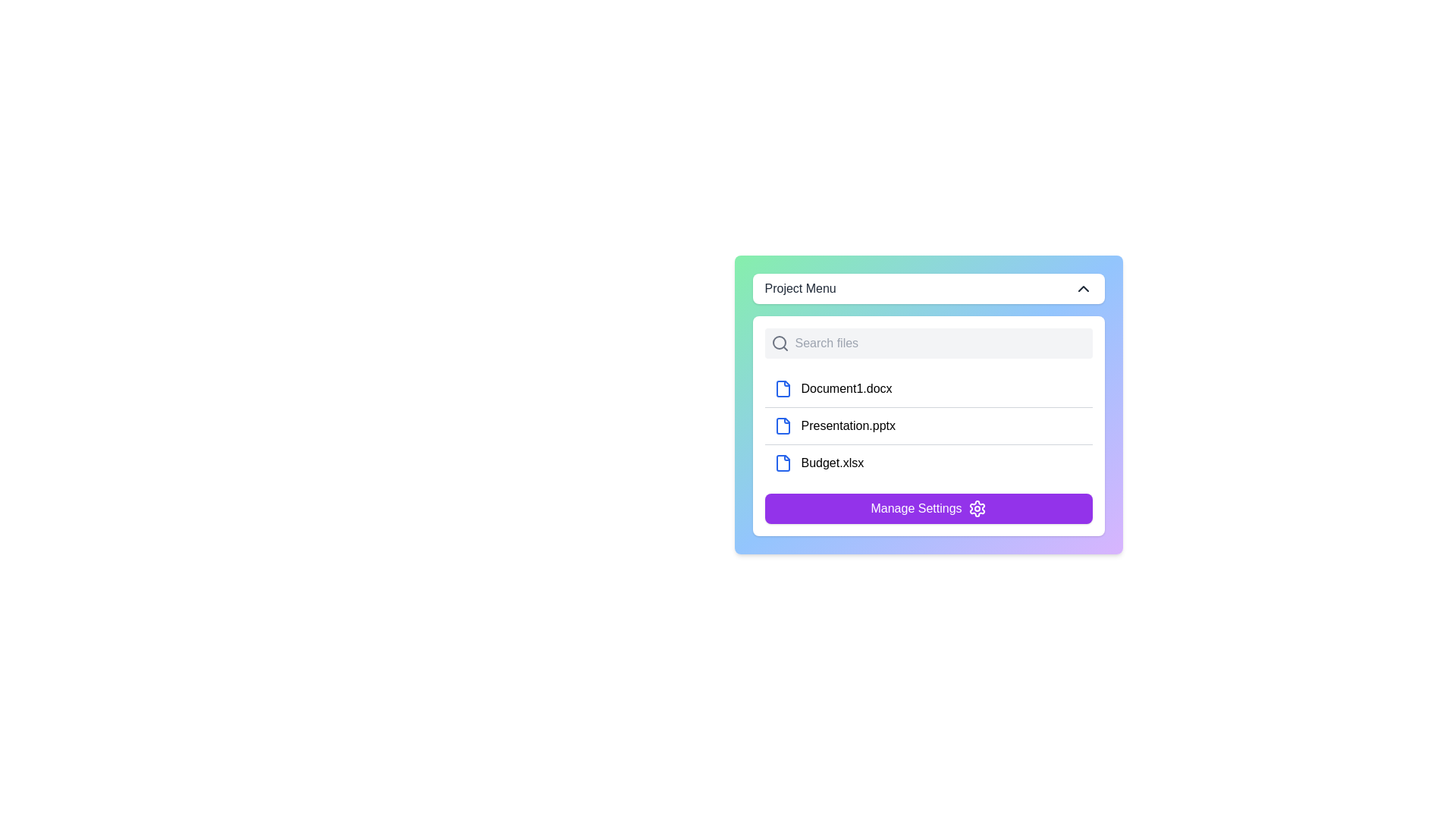  I want to click on the file type icon representing 'presentation.pptx' located before the filename in the file list, so click(783, 426).